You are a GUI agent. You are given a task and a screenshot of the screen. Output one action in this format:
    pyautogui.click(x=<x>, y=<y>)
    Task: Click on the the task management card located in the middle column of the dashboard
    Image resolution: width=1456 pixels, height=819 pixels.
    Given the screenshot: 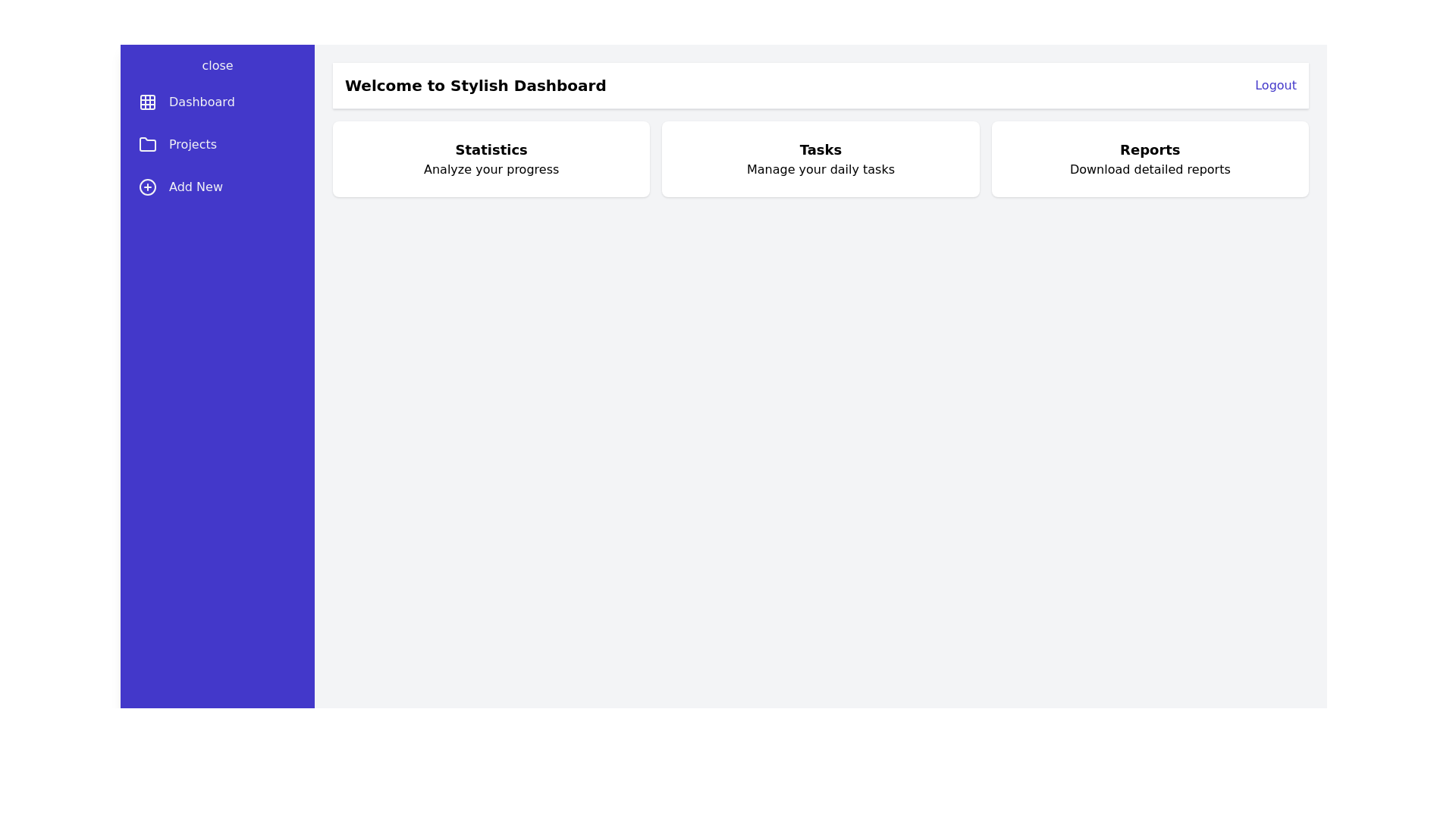 What is the action you would take?
    pyautogui.click(x=819, y=158)
    